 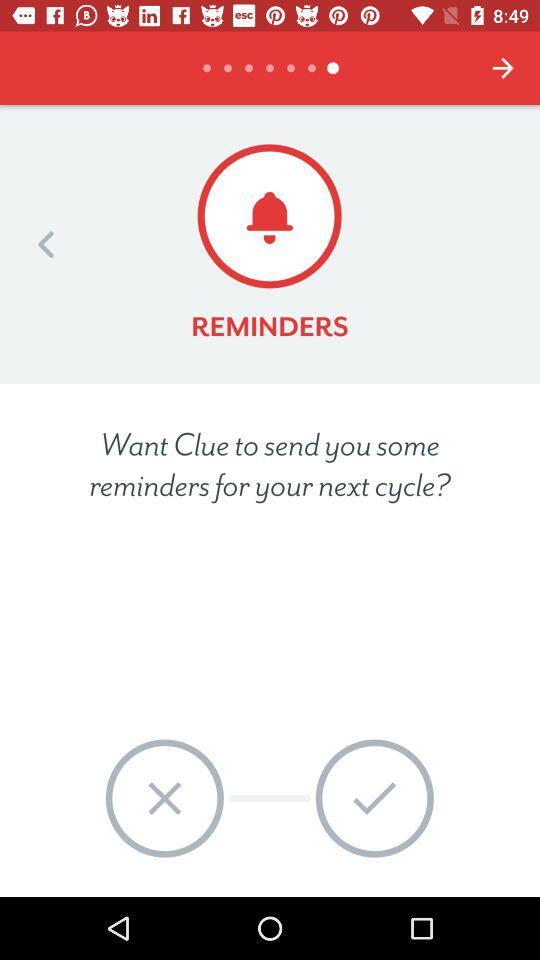 I want to click on item below the want clue to, so click(x=374, y=798).